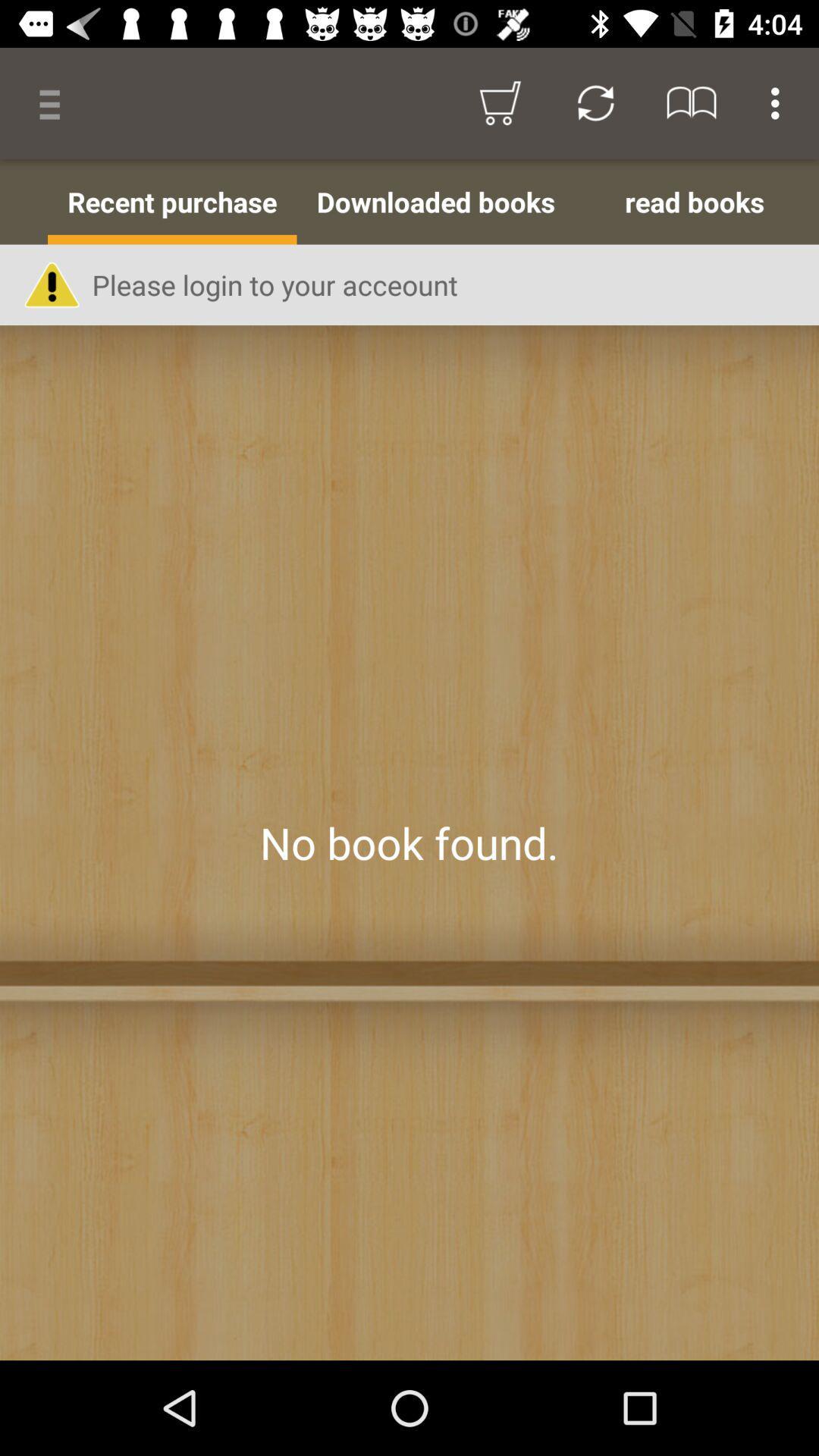 This screenshot has height=1456, width=819. Describe the element at coordinates (435, 201) in the screenshot. I see `app next to the read books app` at that location.